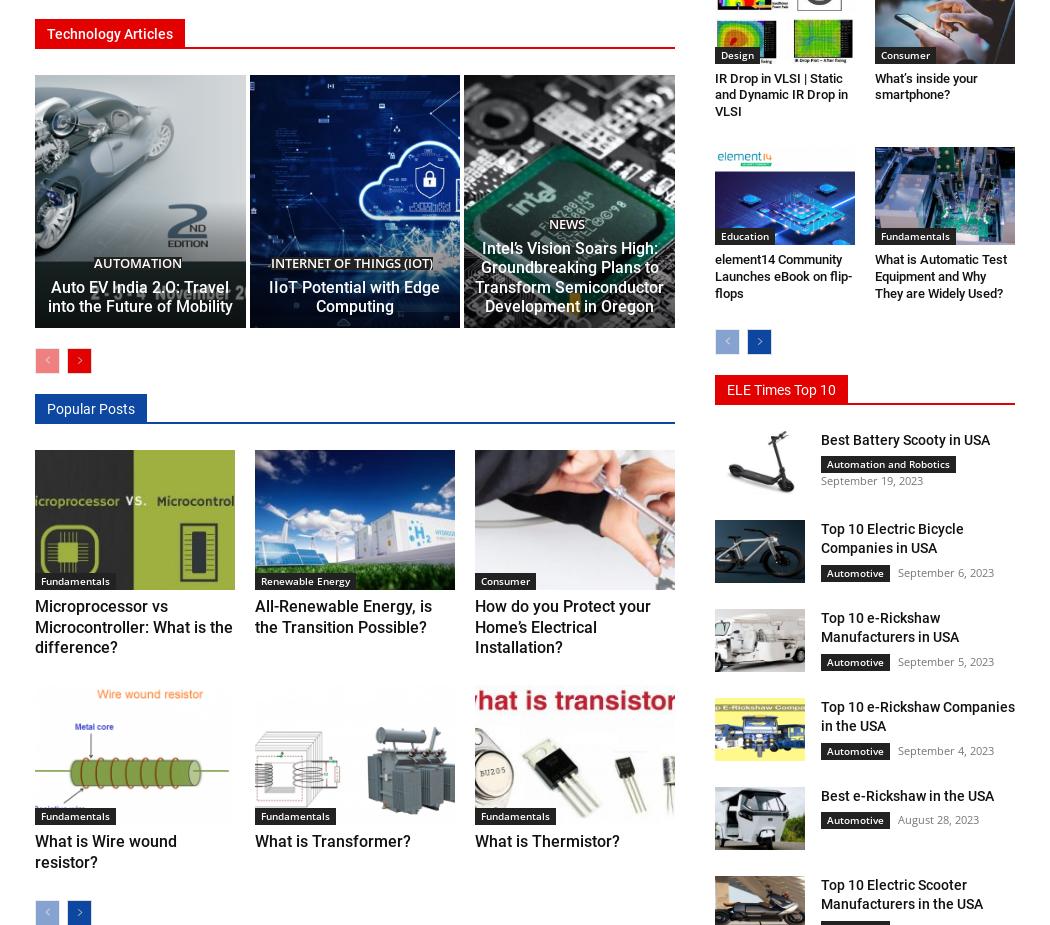  What do you see at coordinates (547, 841) in the screenshot?
I see `'What is Thermistor?'` at bounding box center [547, 841].